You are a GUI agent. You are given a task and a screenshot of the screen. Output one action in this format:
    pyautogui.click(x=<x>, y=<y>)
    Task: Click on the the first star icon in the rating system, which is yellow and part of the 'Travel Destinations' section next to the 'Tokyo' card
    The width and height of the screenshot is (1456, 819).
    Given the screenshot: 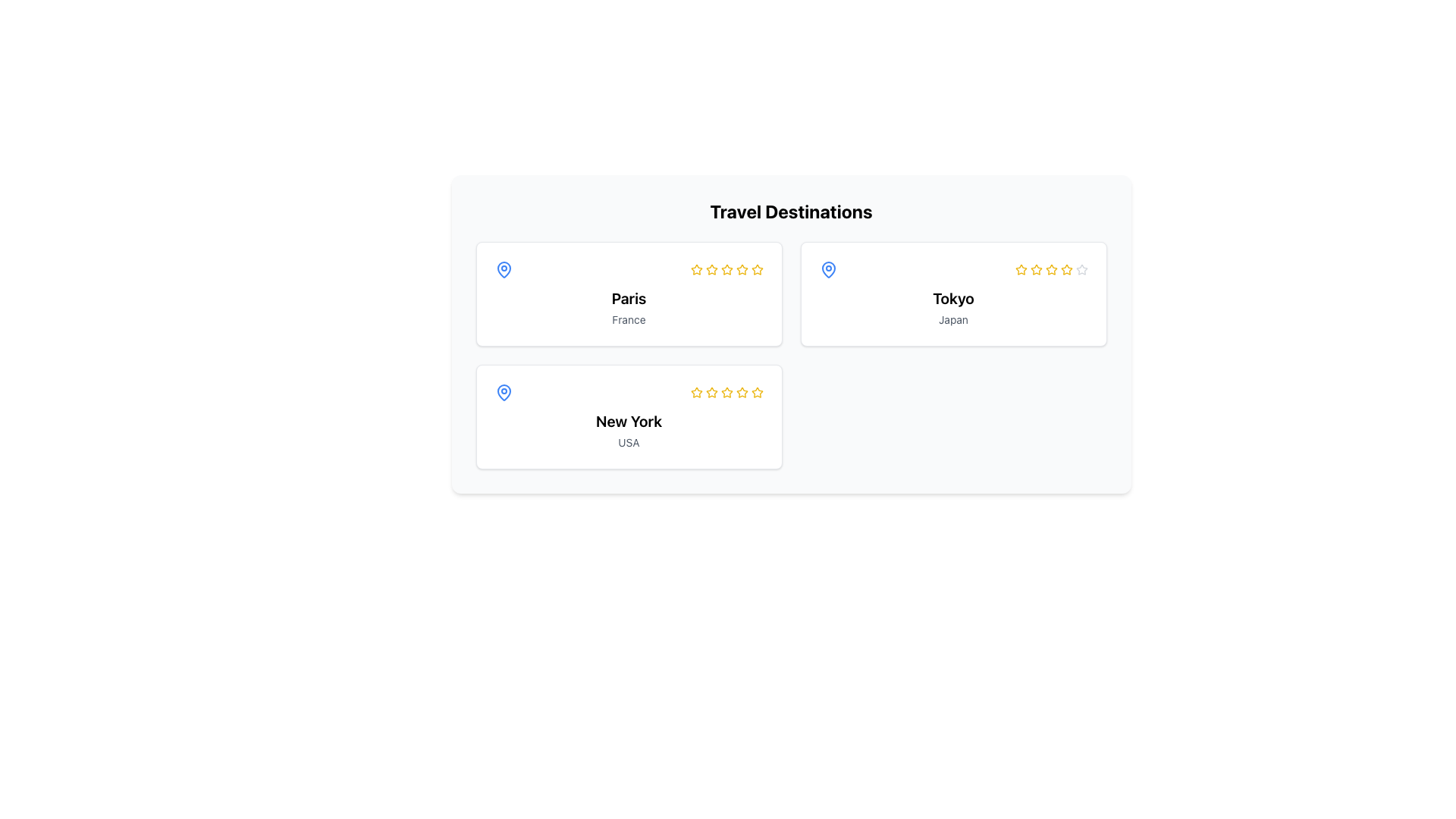 What is the action you would take?
    pyautogui.click(x=1021, y=268)
    